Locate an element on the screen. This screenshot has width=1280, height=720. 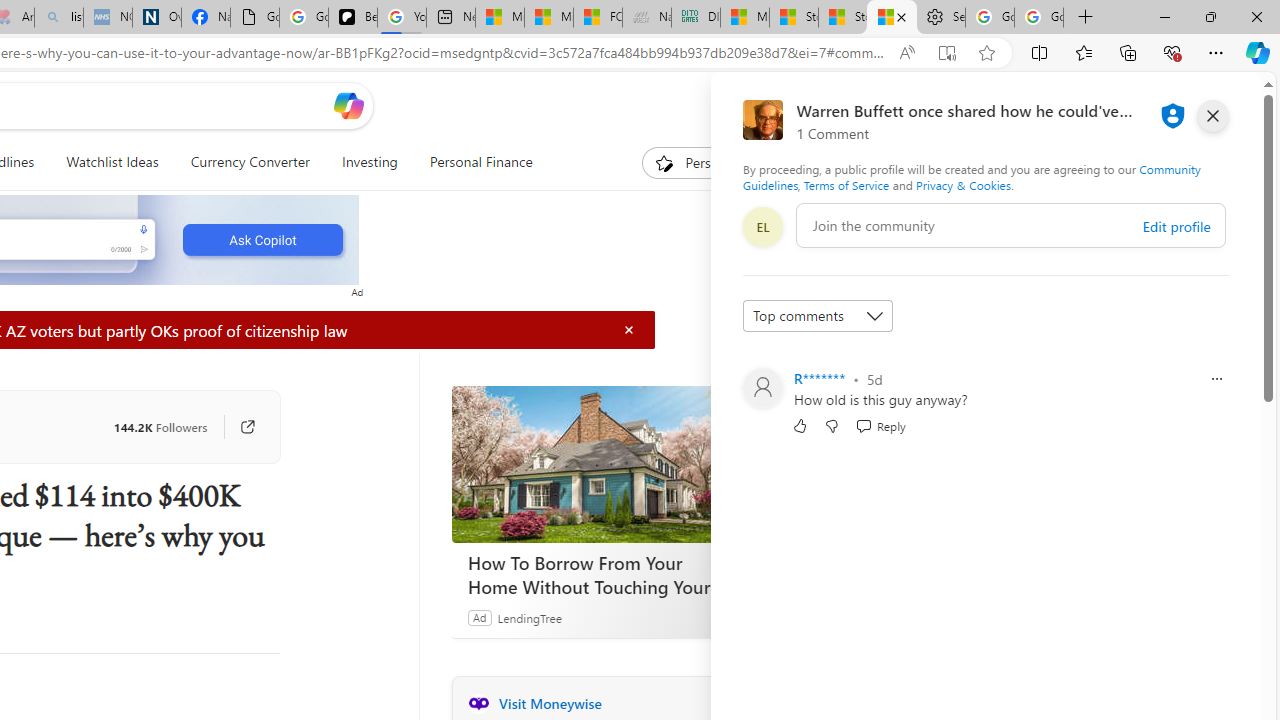
'Profile Picture' is located at coordinates (761, 388).